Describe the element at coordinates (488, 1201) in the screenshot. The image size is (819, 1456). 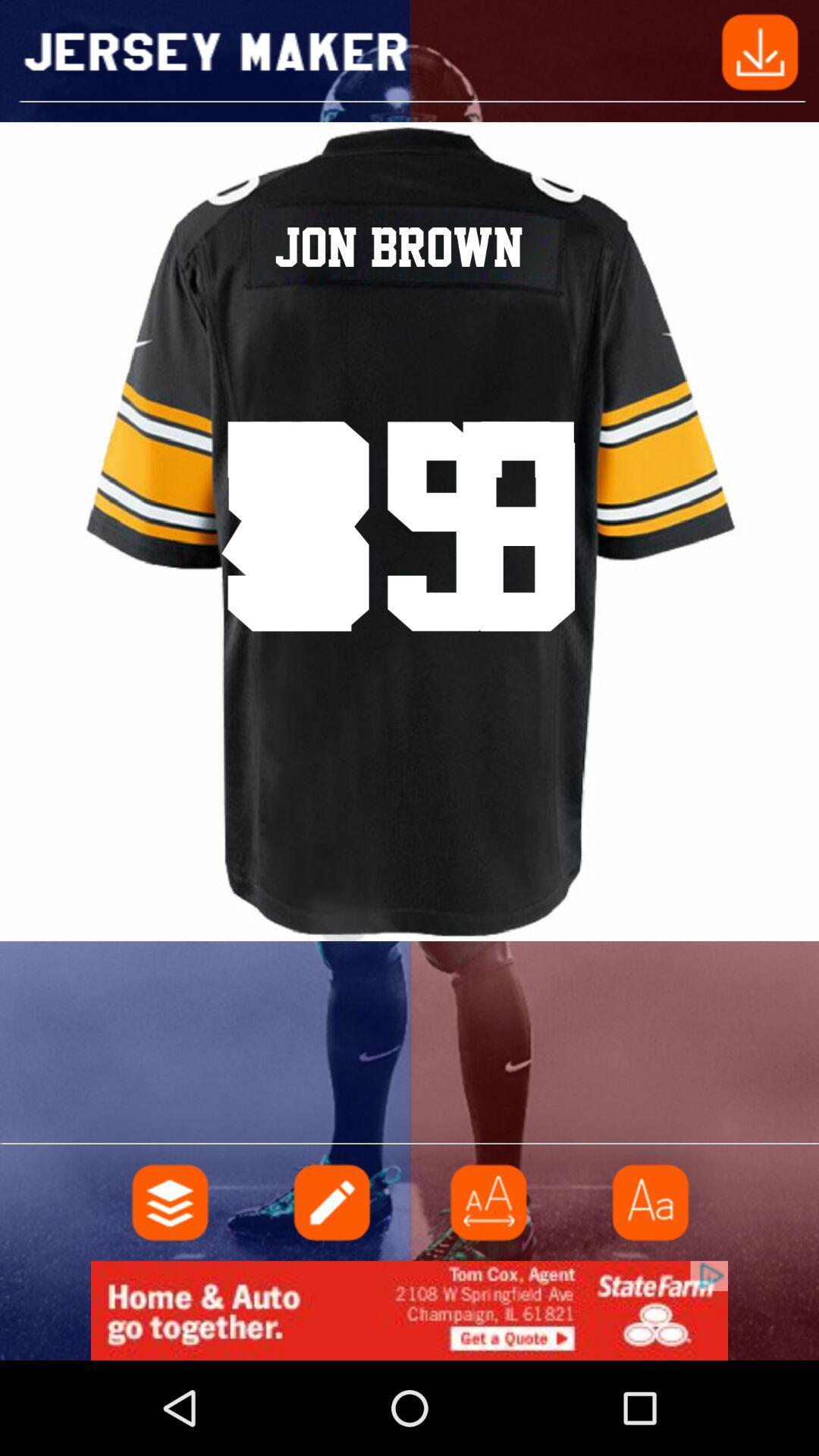
I see `make font bigger` at that location.